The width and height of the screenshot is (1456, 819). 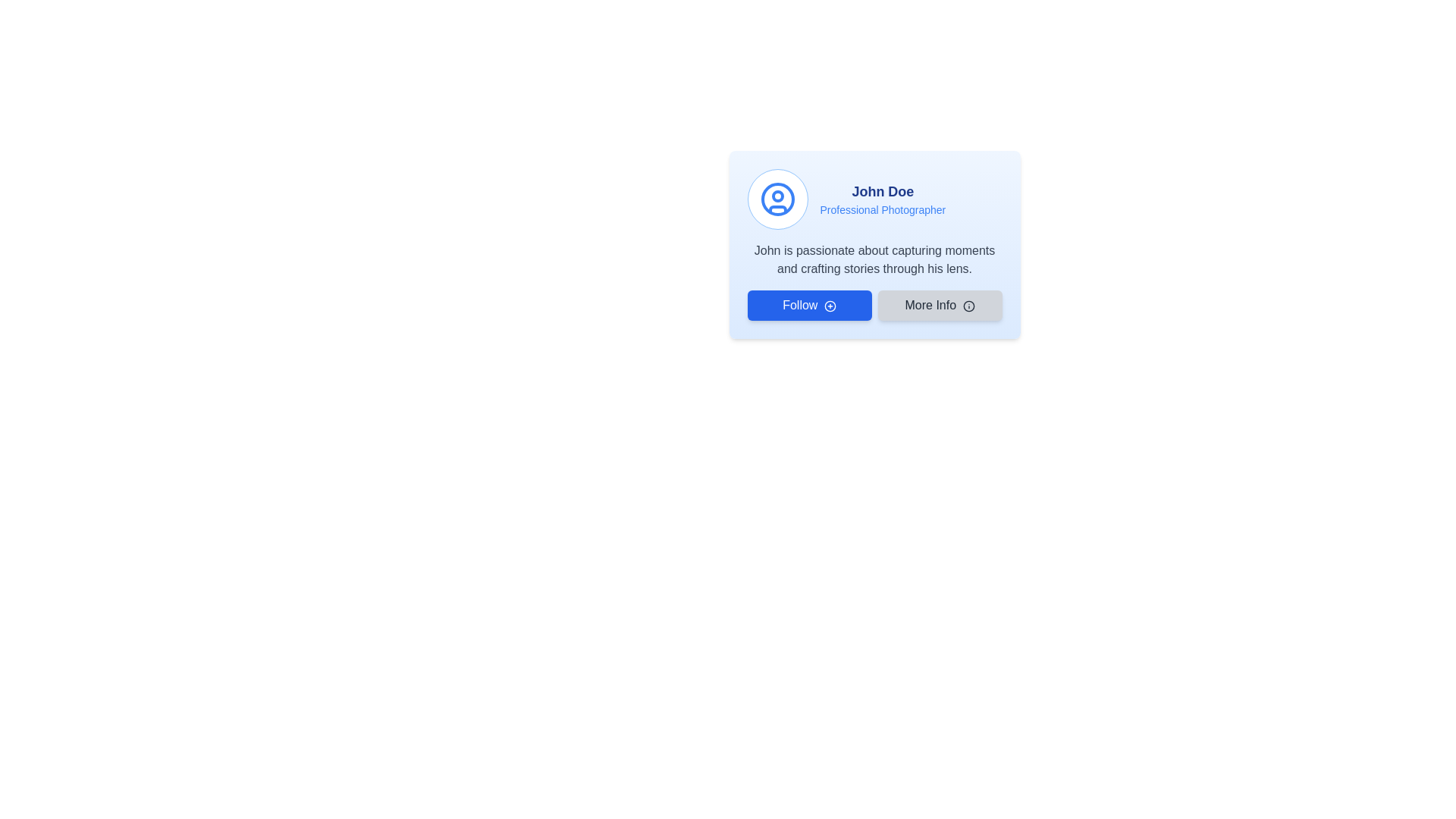 What do you see at coordinates (777, 198) in the screenshot?
I see `the user profile icon, which is represented by a white circular background with a blue border, located at the top-left corner of the user information card` at bounding box center [777, 198].